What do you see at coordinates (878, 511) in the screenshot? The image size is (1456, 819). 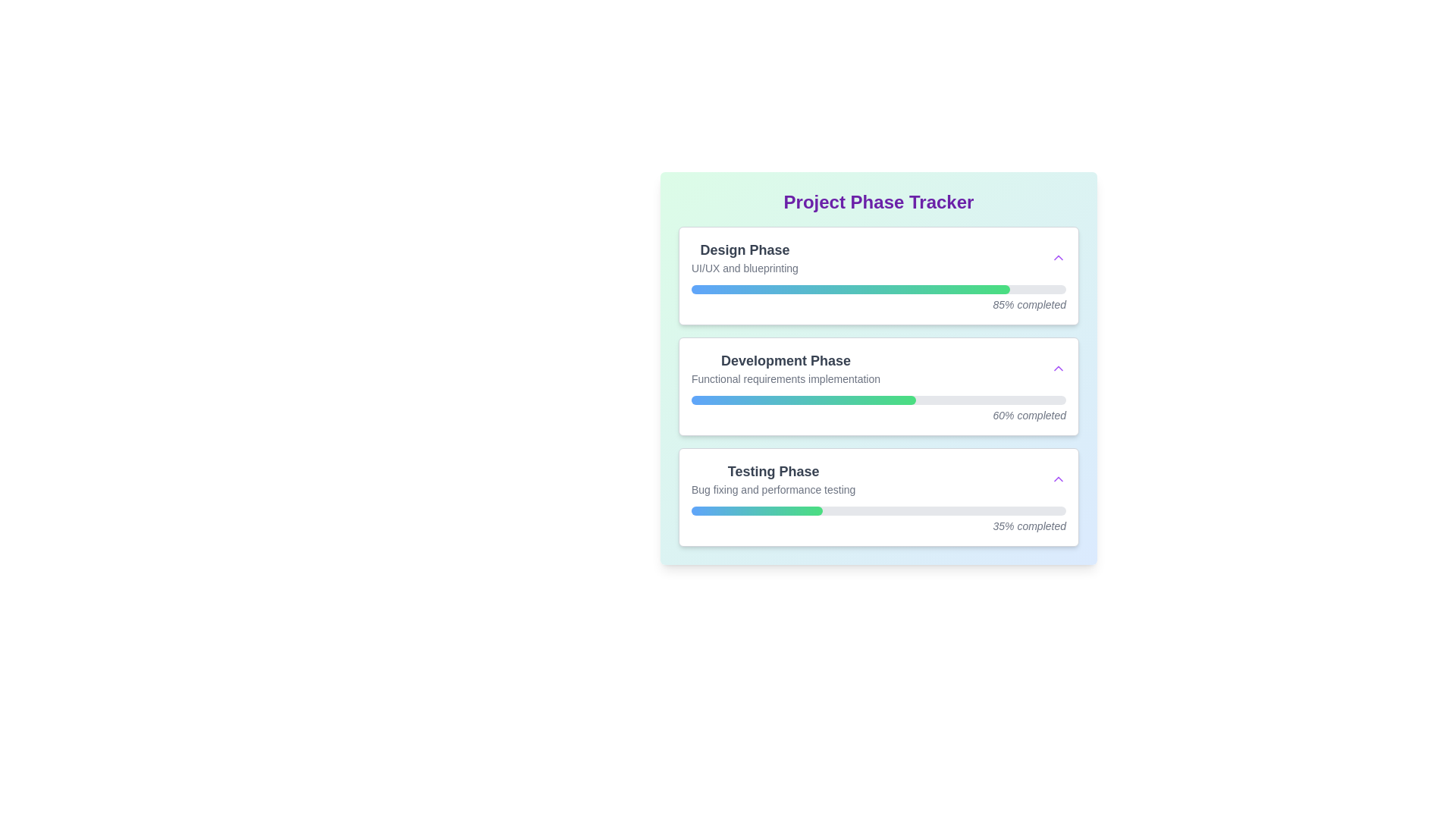 I see `the horizontal progress bar displaying 35% of the 'Testing Phase', located below the 'Testing Phase' title and above the '35% completed' text label` at bounding box center [878, 511].